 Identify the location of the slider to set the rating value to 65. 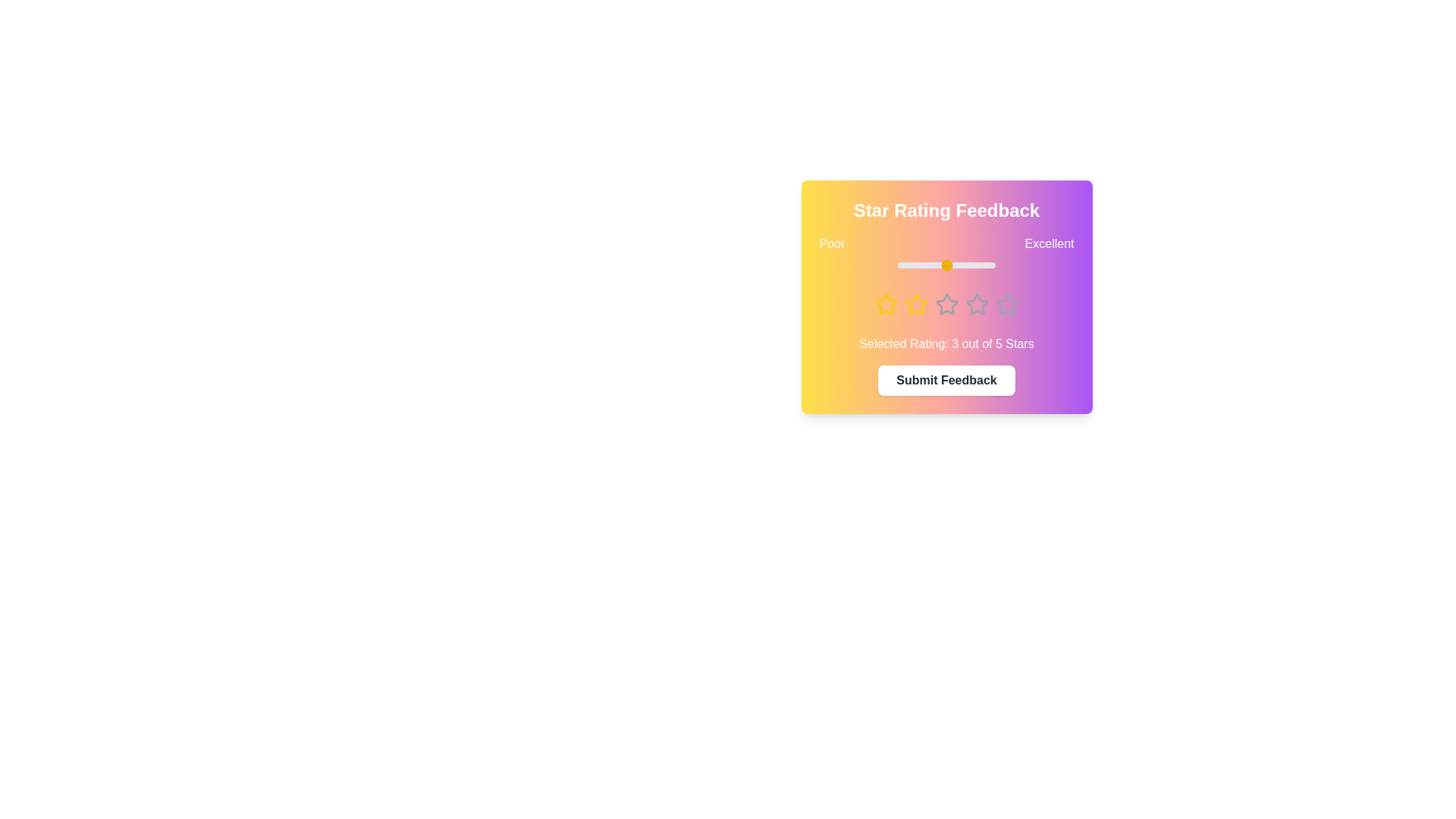
(960, 265).